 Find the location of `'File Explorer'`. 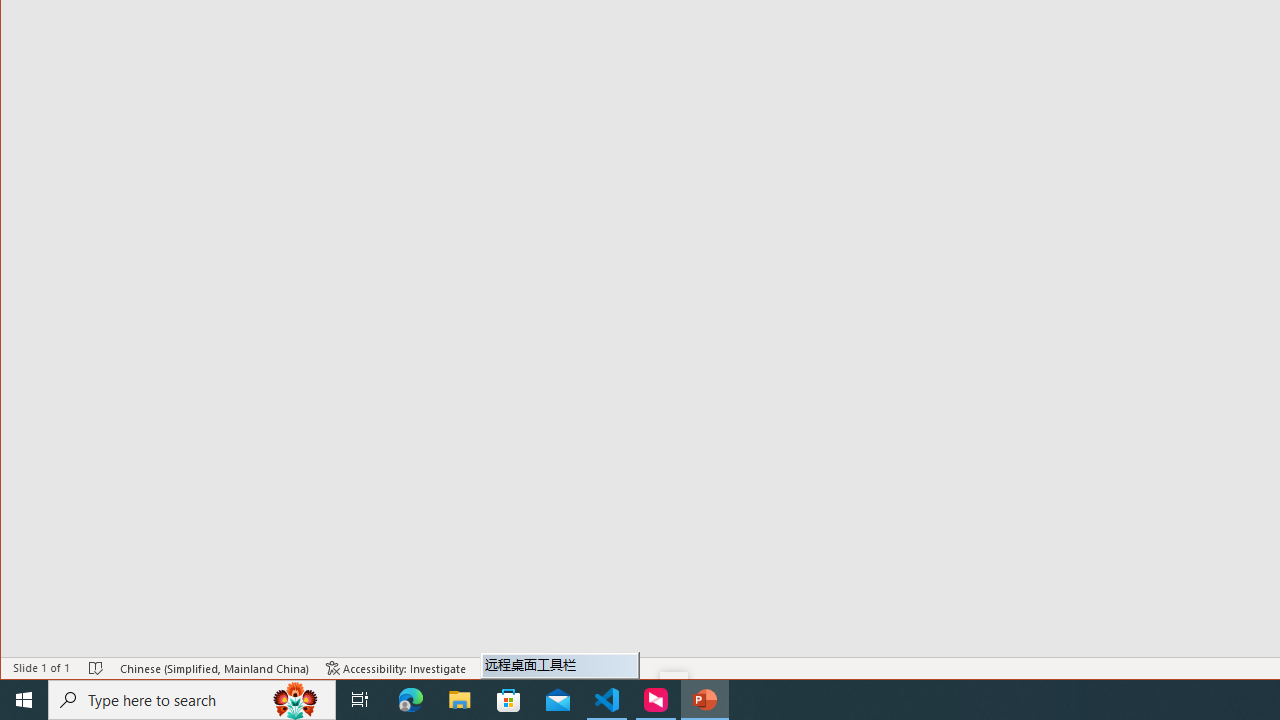

'File Explorer' is located at coordinates (459, 698).